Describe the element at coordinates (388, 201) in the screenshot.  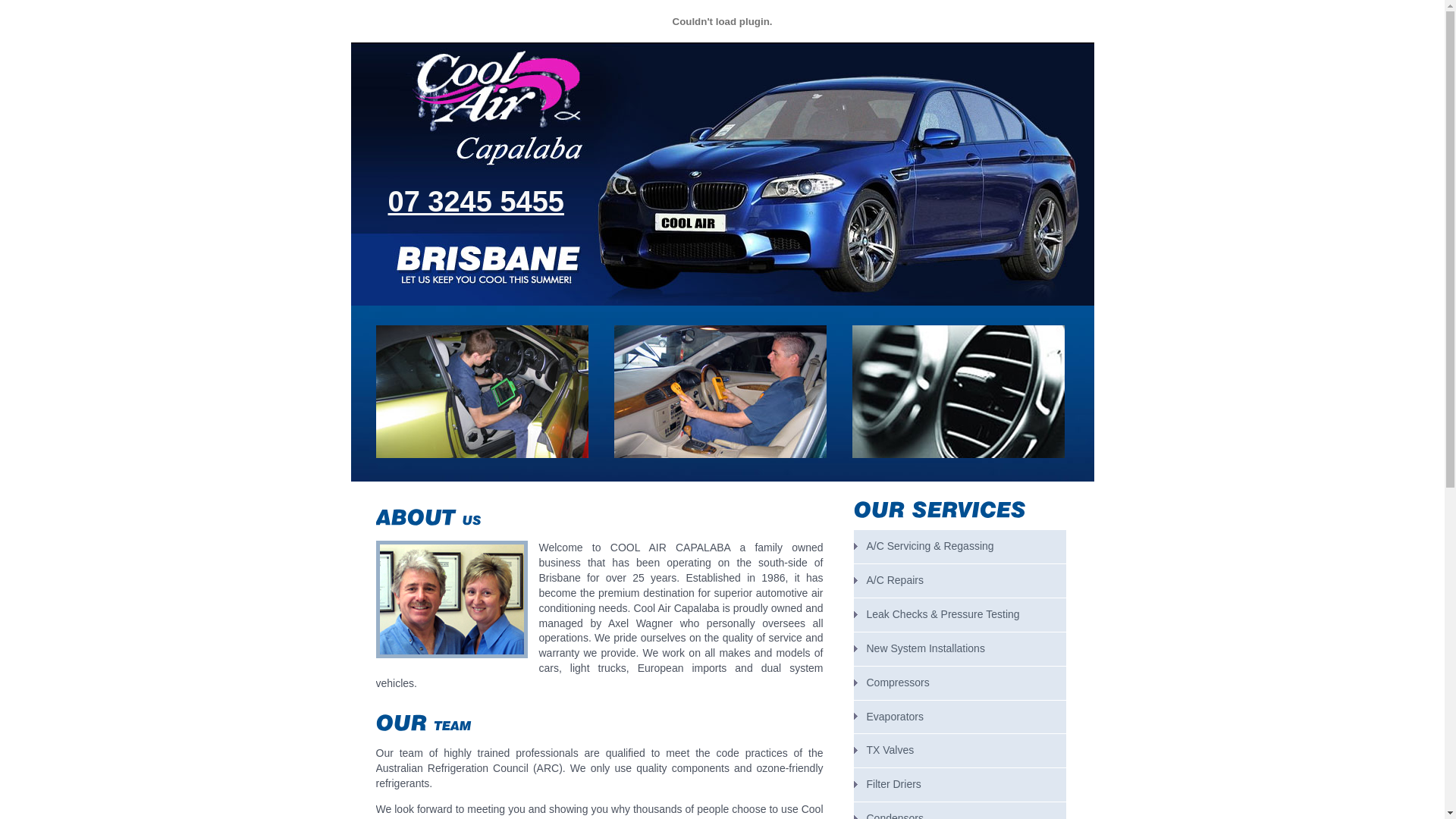
I see `'07 3245 5455'` at that location.